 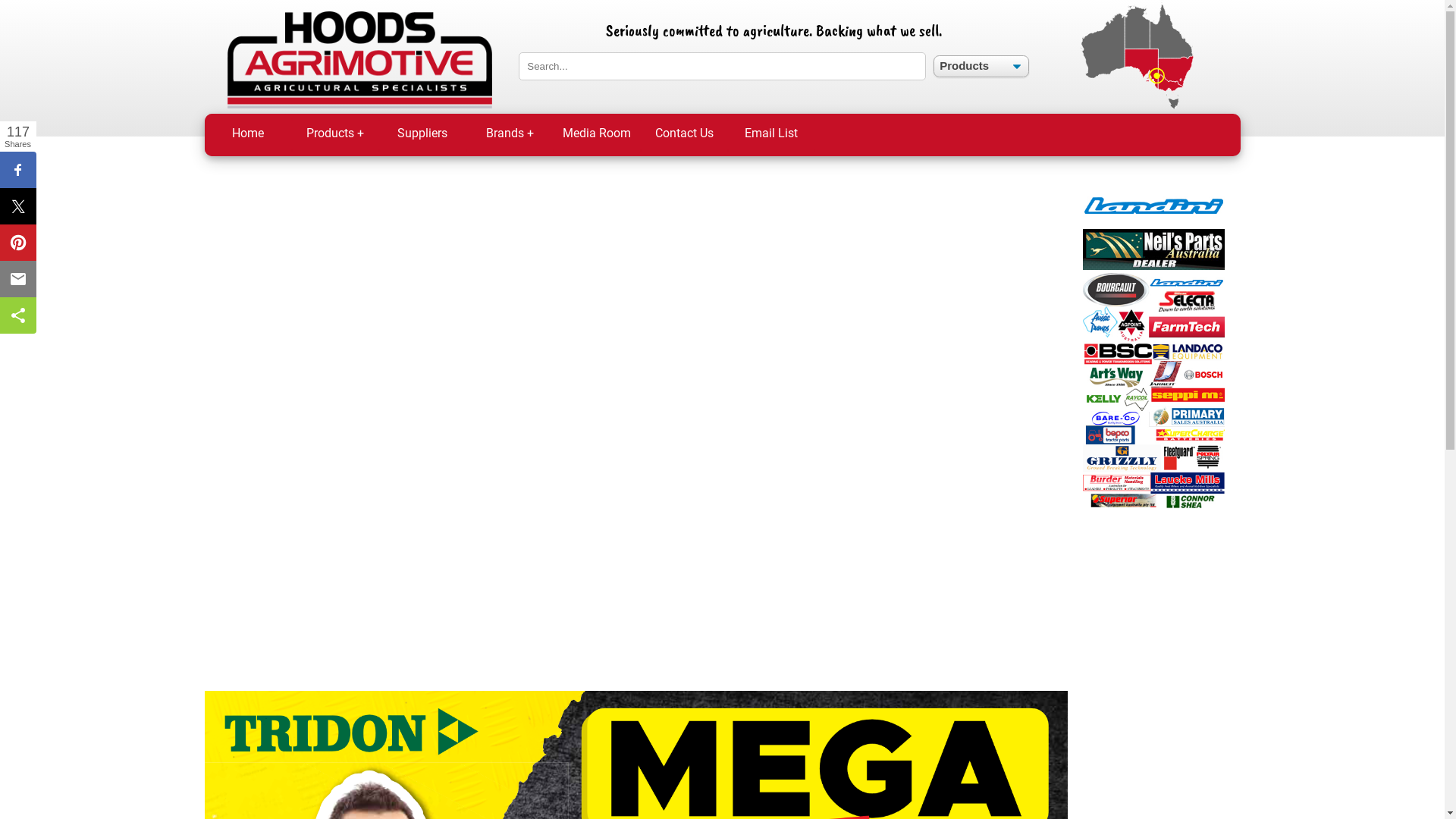 I want to click on 'Brands +', so click(x=509, y=133).